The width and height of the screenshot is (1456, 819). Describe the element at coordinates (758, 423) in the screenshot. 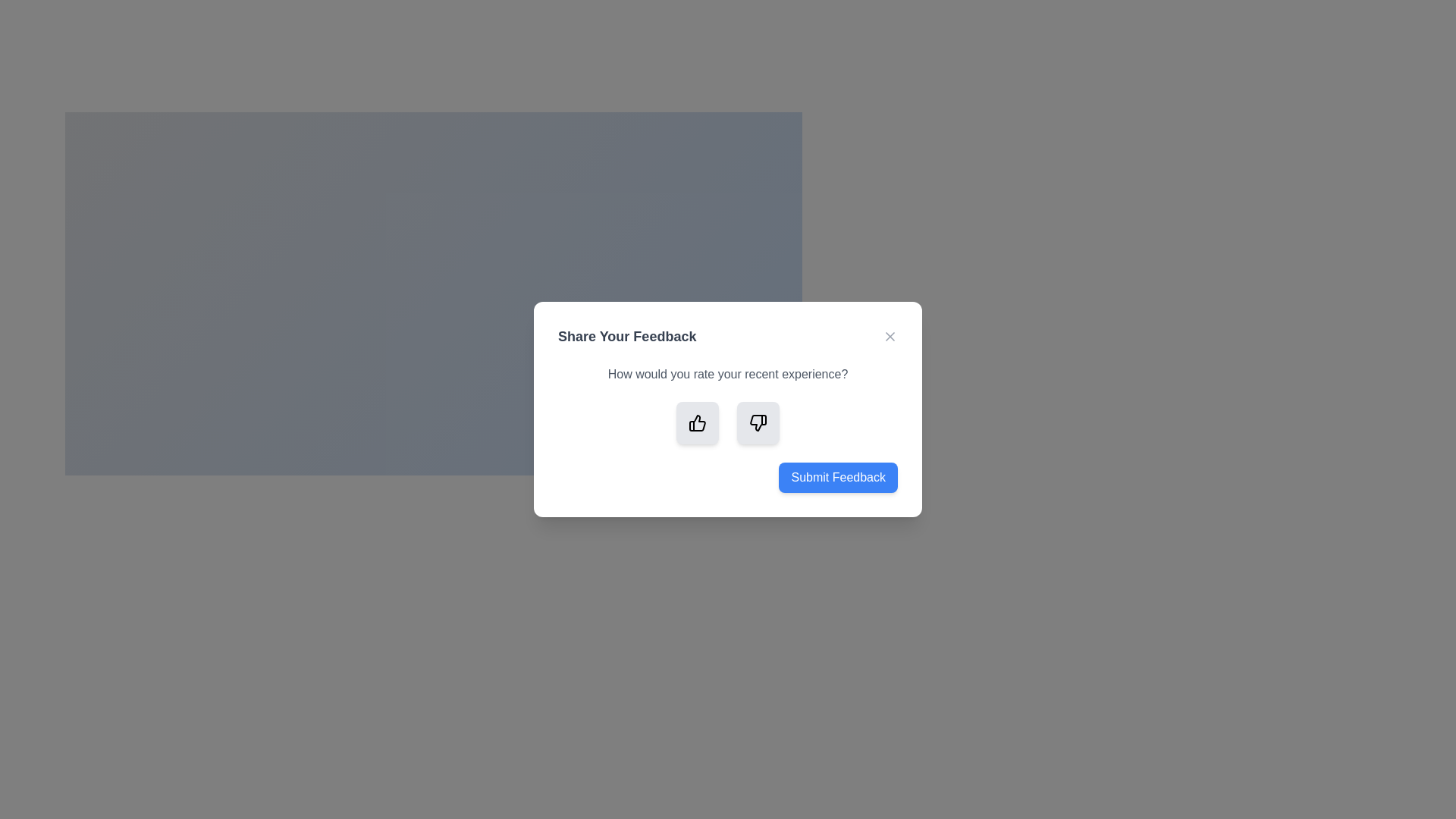

I see `the negative feedback button located in the center area of the modal dialog to observe the background color change` at that location.